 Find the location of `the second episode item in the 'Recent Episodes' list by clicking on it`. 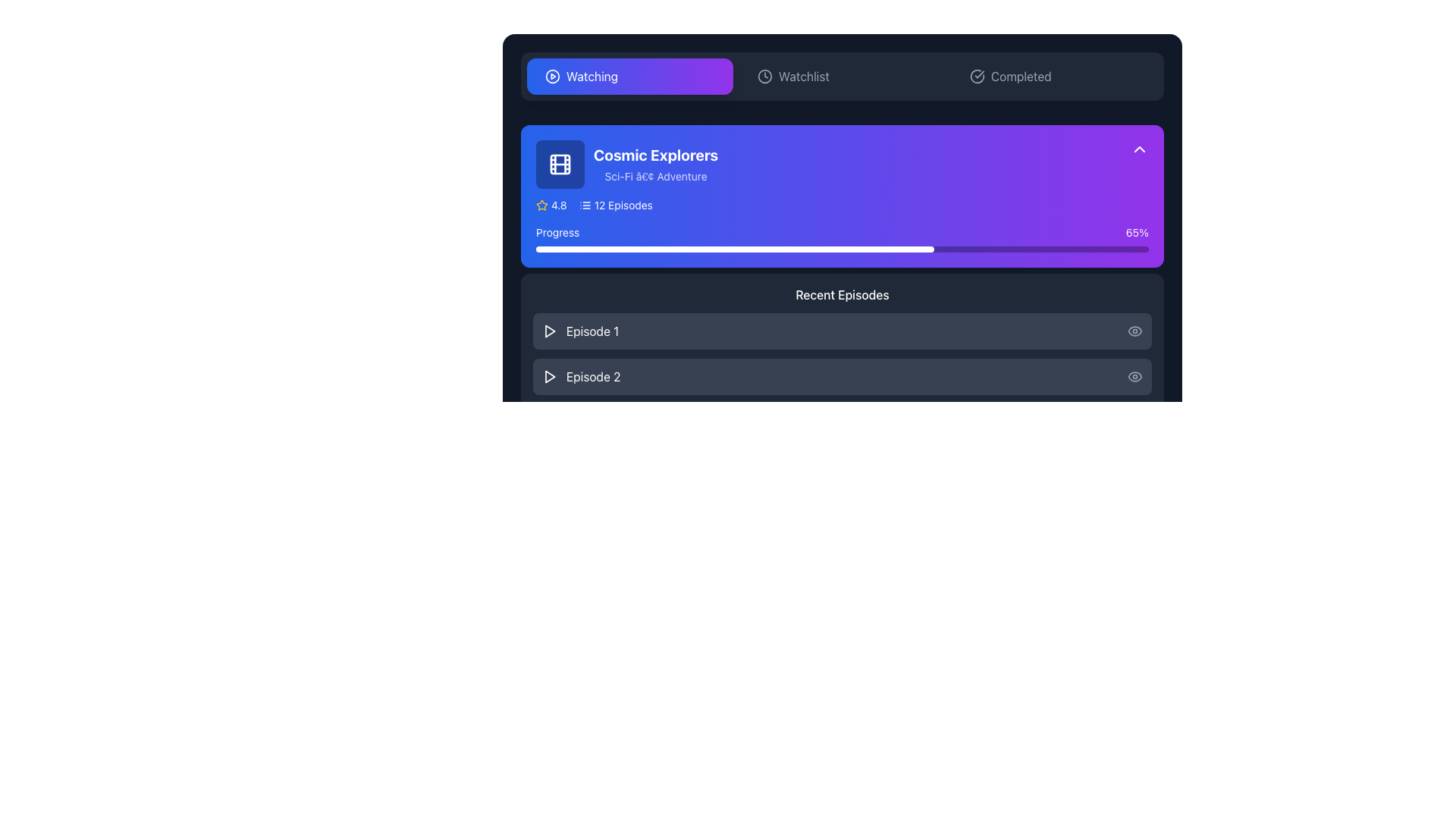

the second episode item in the 'Recent Episodes' list by clicking on it is located at coordinates (841, 376).